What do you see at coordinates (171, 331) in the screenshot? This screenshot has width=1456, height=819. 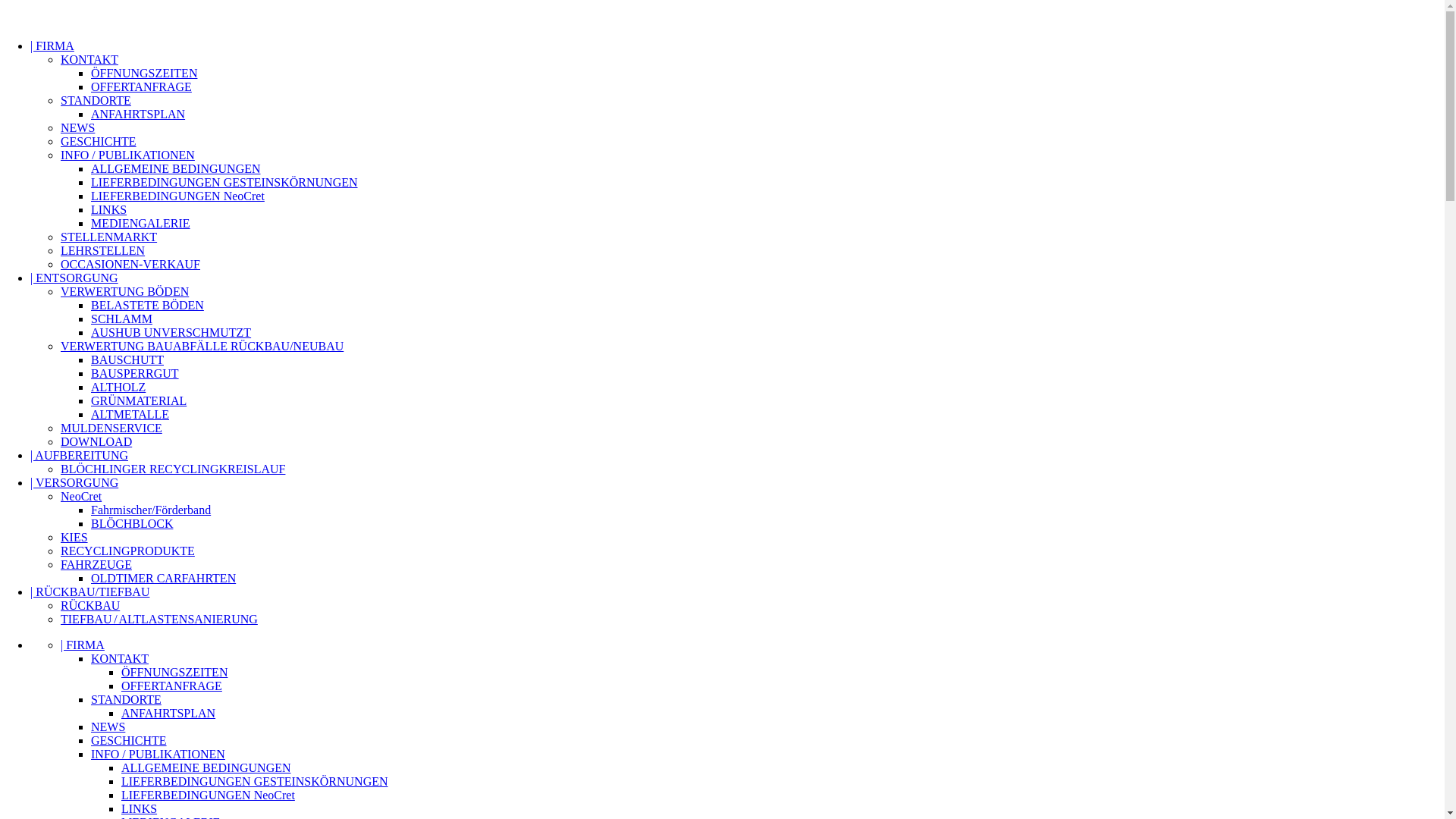 I see `'AUSHUB UNVERSCHMUTZT'` at bounding box center [171, 331].